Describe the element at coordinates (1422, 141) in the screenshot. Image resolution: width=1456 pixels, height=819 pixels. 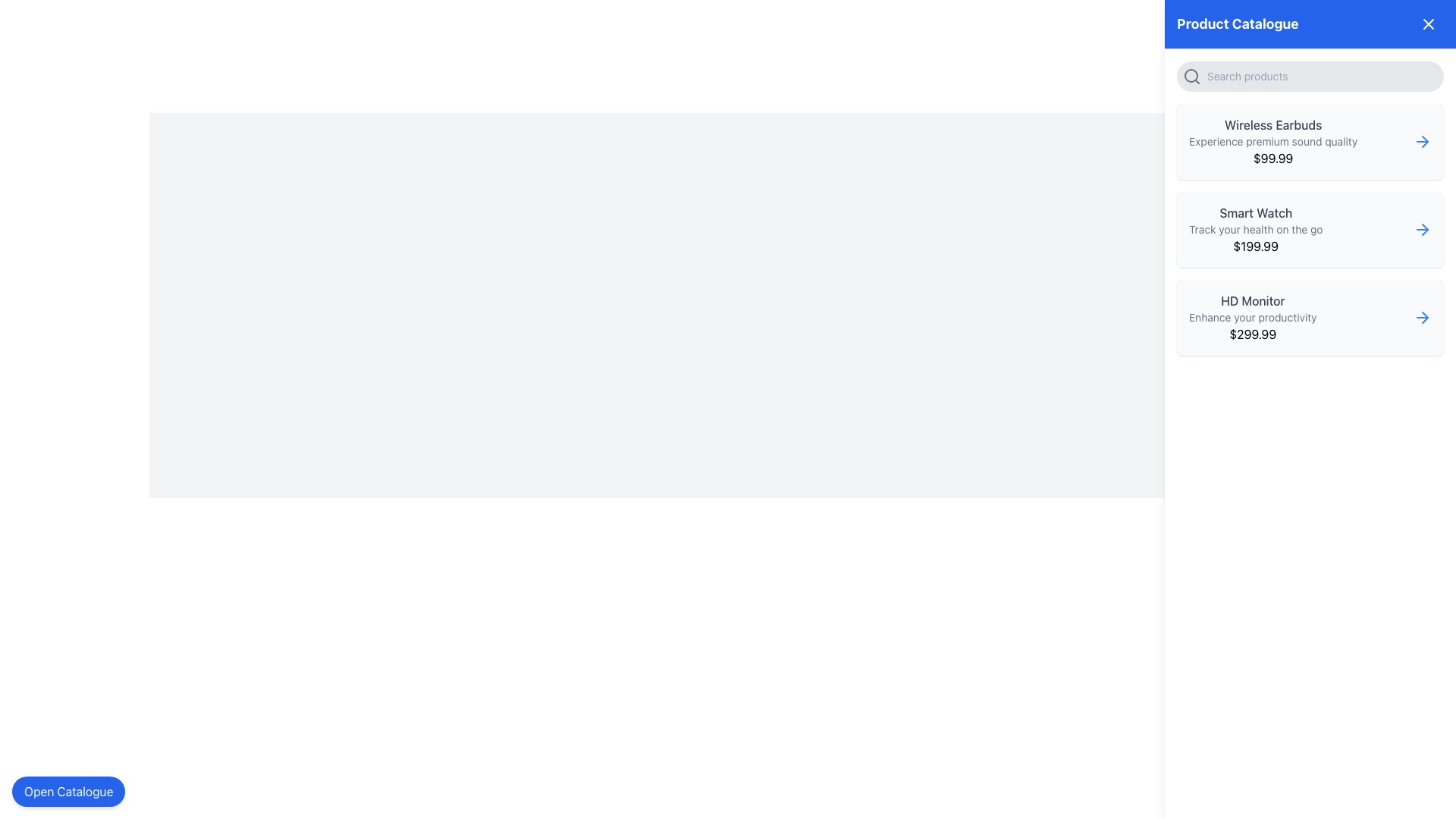
I see `the button located at the far right of the 'Wireless Earbuds' product card in the 'Product Catalogue' sidebar` at that location.